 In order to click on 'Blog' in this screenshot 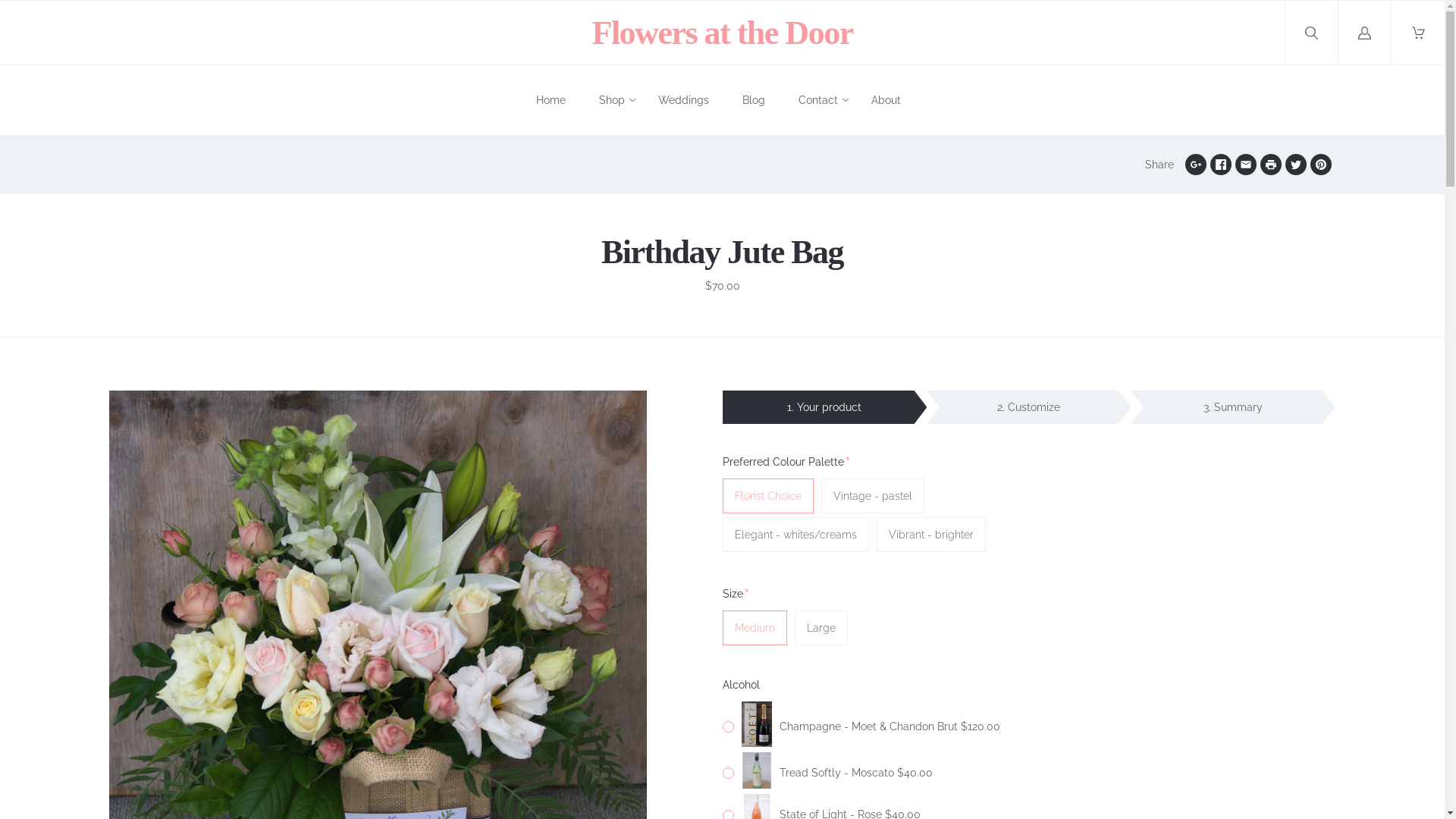, I will do `click(753, 100)`.